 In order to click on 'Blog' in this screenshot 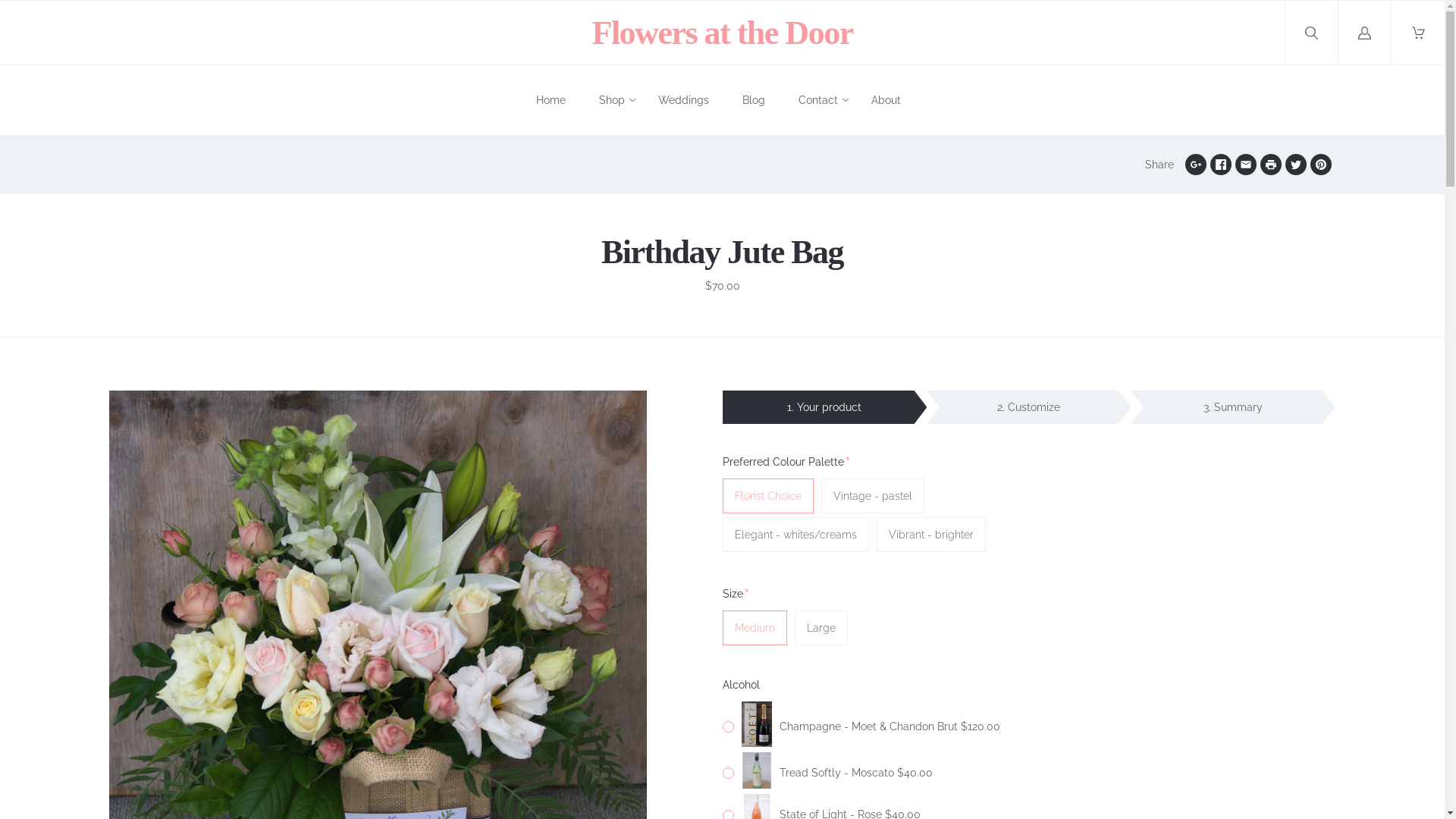, I will do `click(753, 100)`.